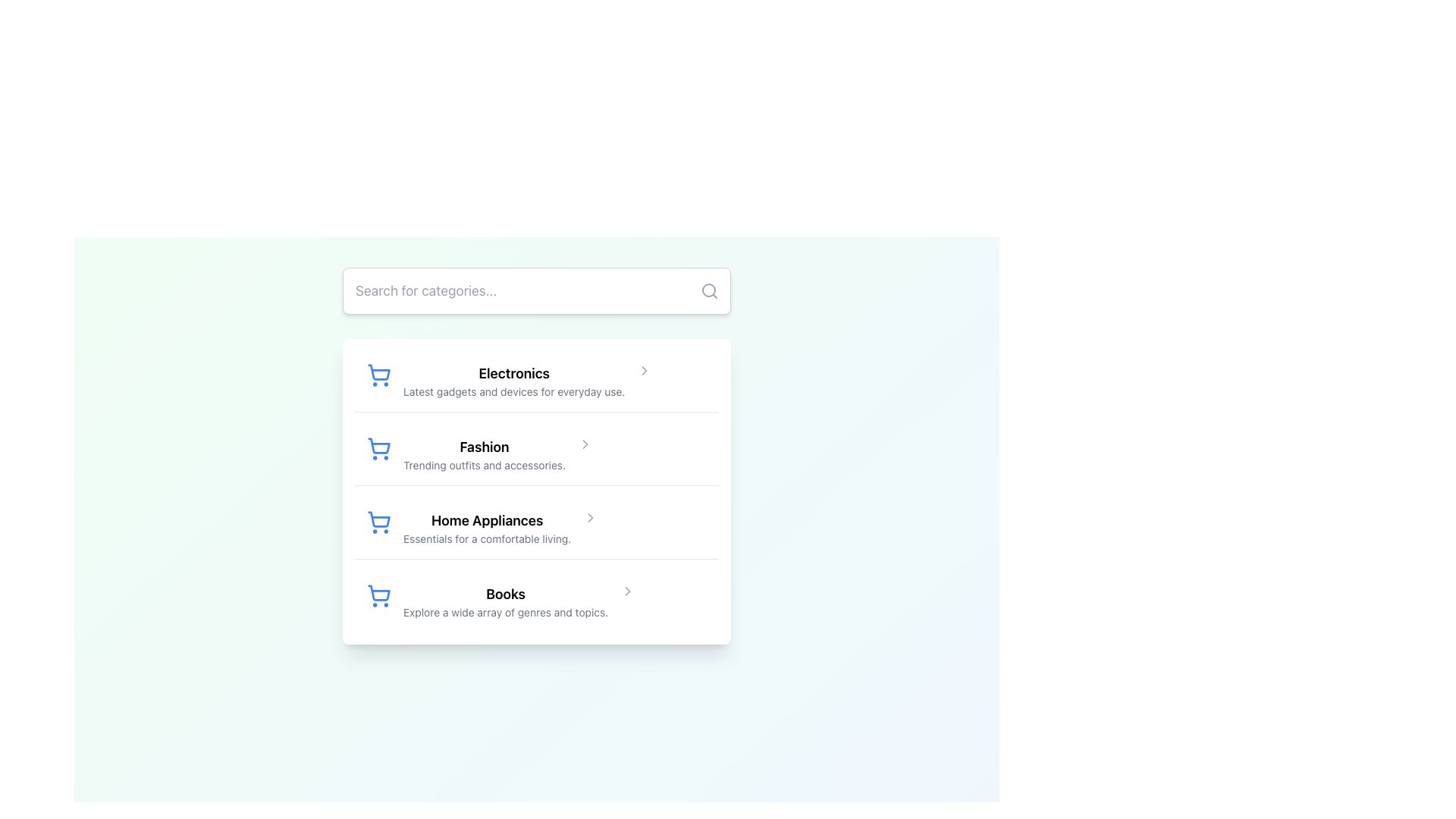 Image resolution: width=1456 pixels, height=819 pixels. What do you see at coordinates (379, 445) in the screenshot?
I see `the shopping cart icon, which is a minimalistic outline style with blue strokes, located to the left of the 'Fashion' list item` at bounding box center [379, 445].